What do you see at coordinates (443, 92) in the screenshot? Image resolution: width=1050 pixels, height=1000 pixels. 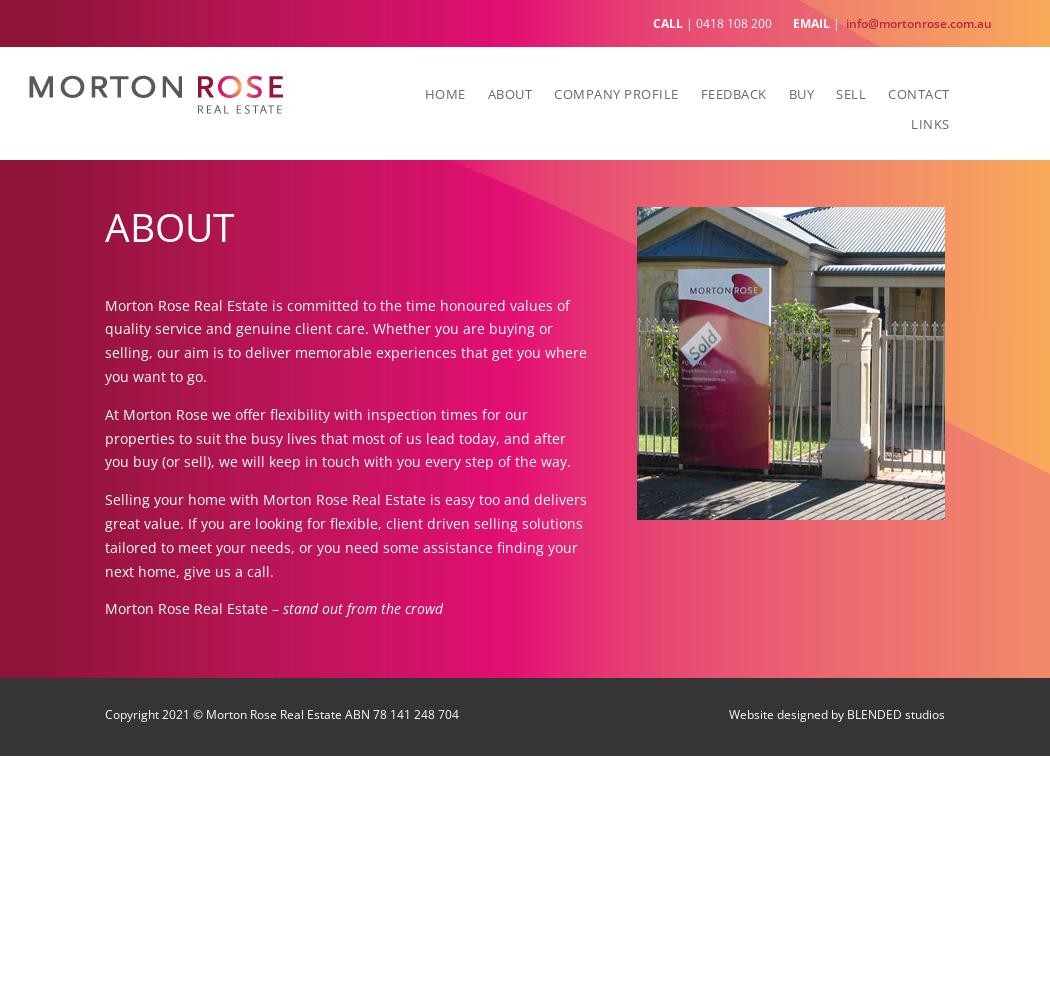 I see `'HOME'` at bounding box center [443, 92].